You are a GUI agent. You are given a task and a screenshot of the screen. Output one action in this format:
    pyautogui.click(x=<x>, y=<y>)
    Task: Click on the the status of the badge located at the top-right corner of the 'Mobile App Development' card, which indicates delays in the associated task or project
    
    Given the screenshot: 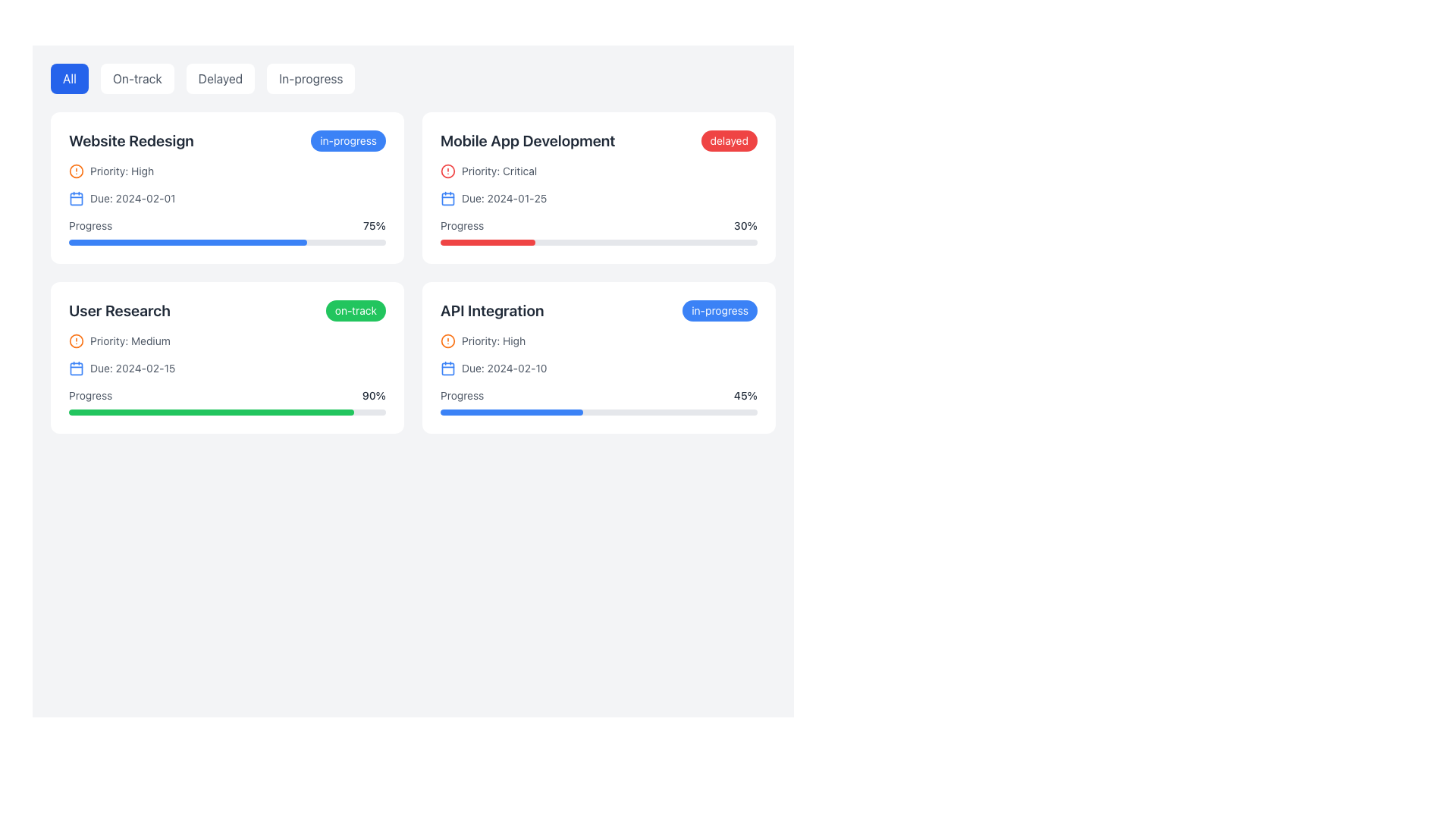 What is the action you would take?
    pyautogui.click(x=729, y=140)
    